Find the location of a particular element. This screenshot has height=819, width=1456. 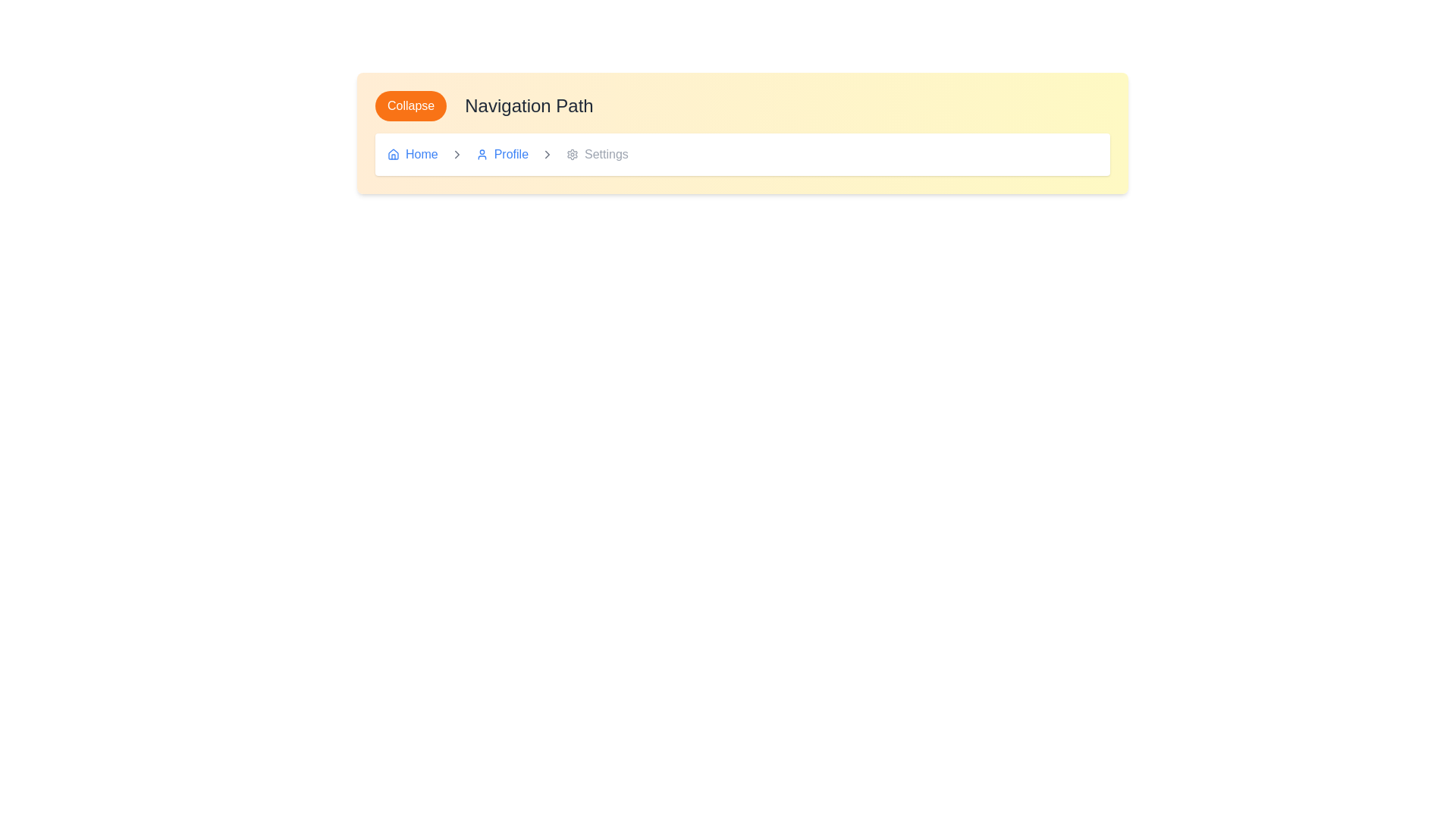

the blue house-shaped SVG icon located to the left of the 'Home' text in the navigation bar at the top of the interface is located at coordinates (393, 155).